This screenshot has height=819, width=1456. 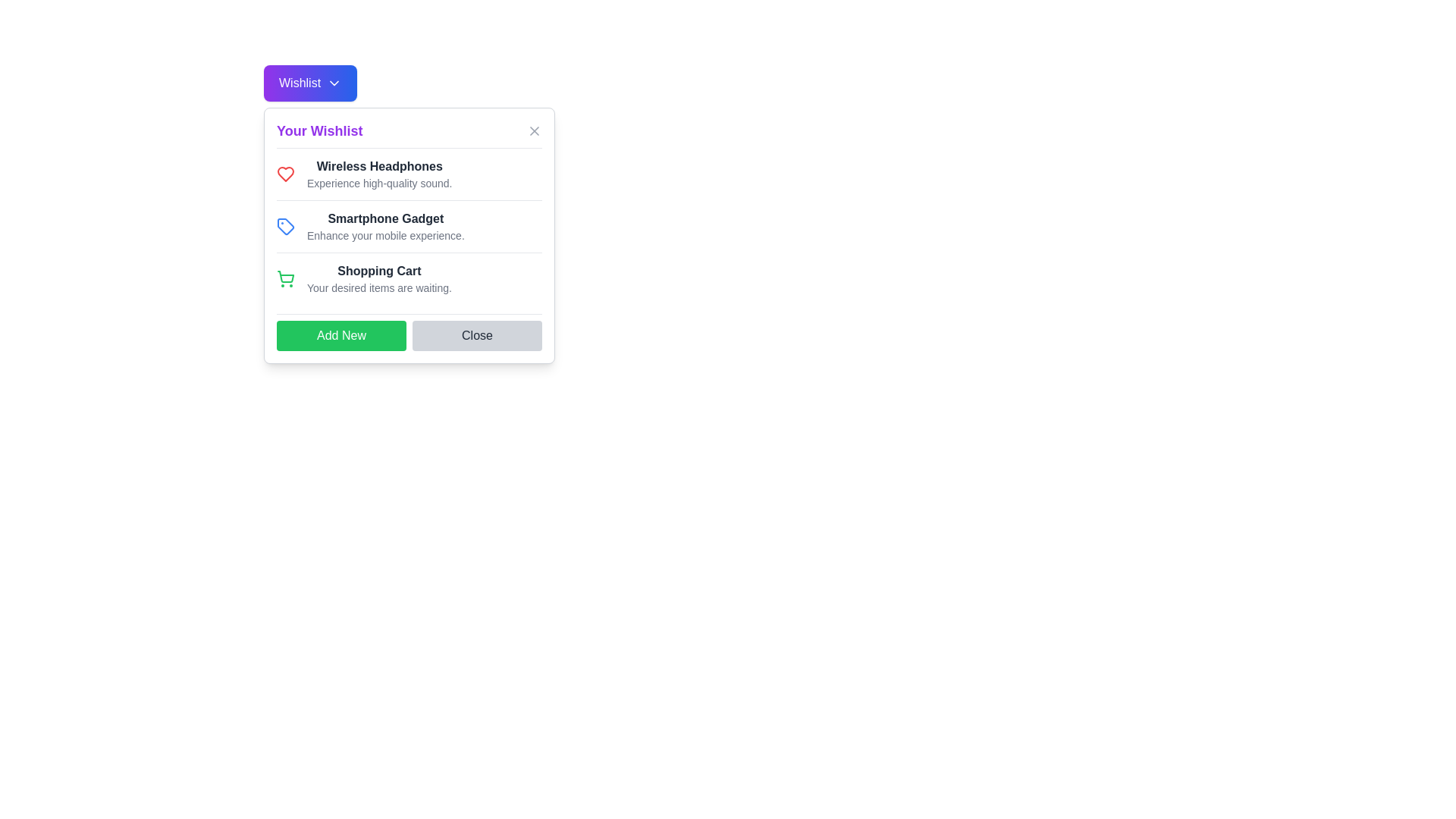 What do you see at coordinates (535, 130) in the screenshot?
I see `the close button located in the top-right corner of the 'Your Wishlist' modal` at bounding box center [535, 130].